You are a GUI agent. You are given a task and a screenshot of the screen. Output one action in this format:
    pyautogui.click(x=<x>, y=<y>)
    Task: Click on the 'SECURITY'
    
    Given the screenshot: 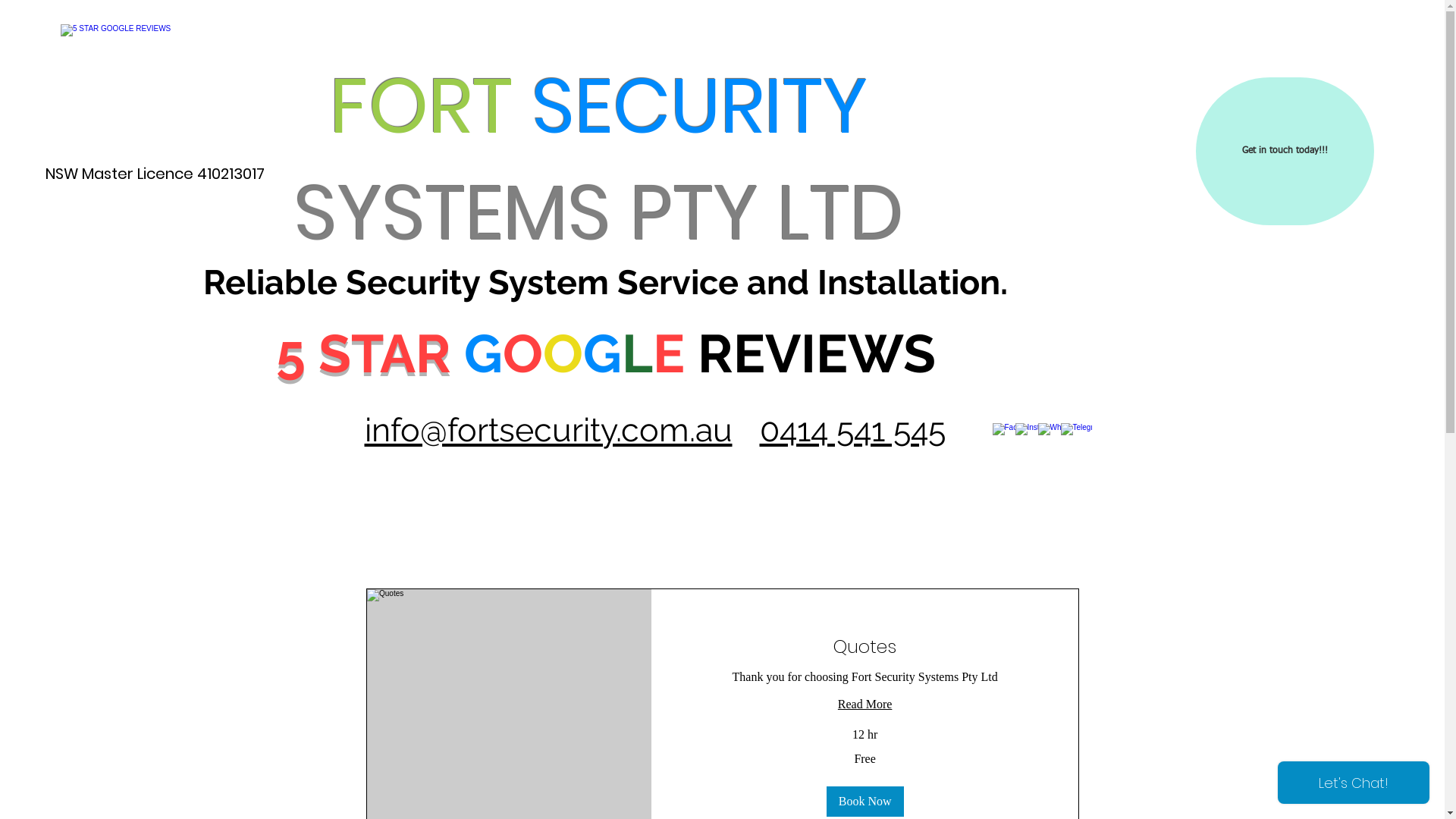 What is the action you would take?
    pyautogui.click(x=698, y=105)
    